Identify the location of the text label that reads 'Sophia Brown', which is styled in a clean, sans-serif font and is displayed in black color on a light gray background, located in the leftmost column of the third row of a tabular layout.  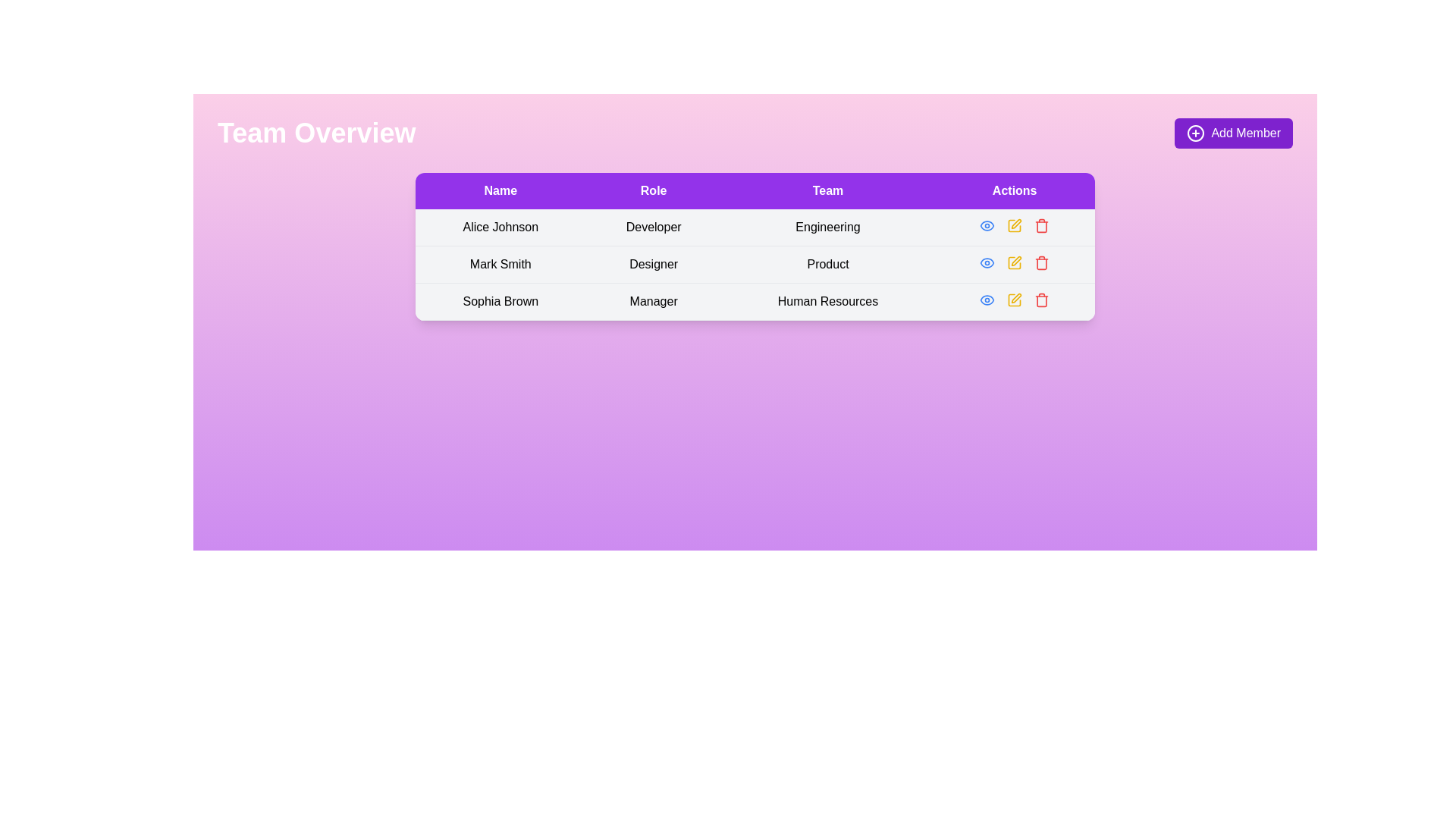
(500, 301).